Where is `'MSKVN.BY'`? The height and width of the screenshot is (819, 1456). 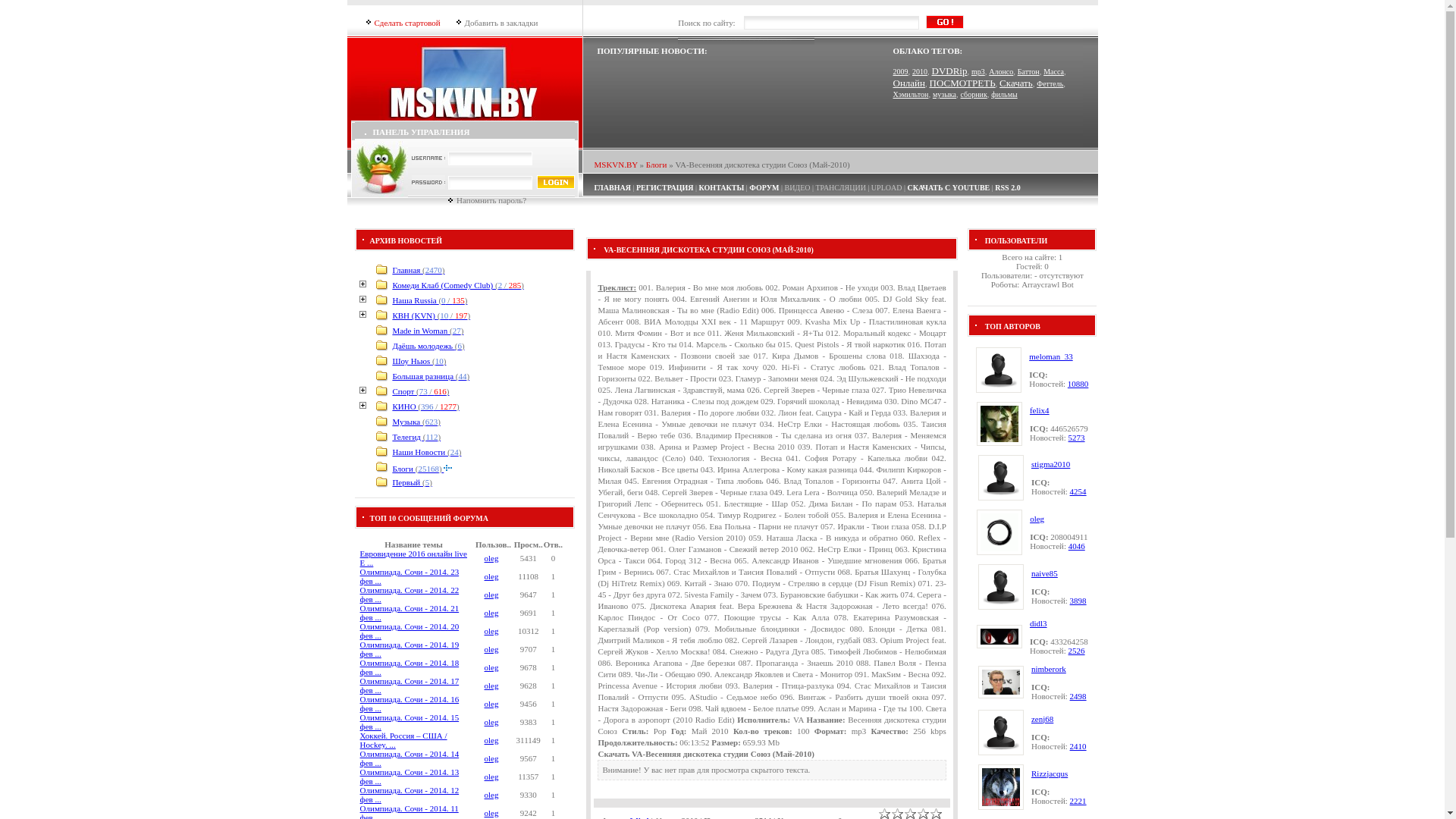
'MSKVN.BY' is located at coordinates (616, 164).